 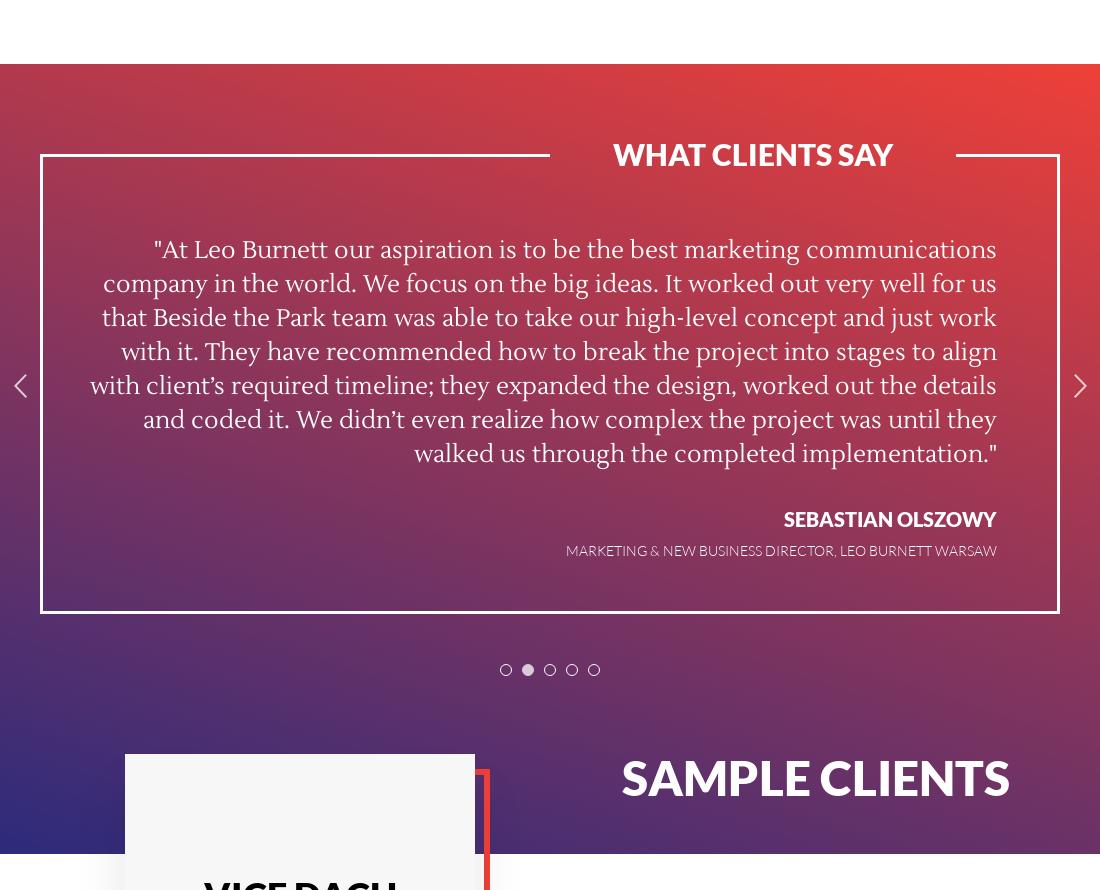 What do you see at coordinates (570, 671) in the screenshot?
I see `'4'` at bounding box center [570, 671].